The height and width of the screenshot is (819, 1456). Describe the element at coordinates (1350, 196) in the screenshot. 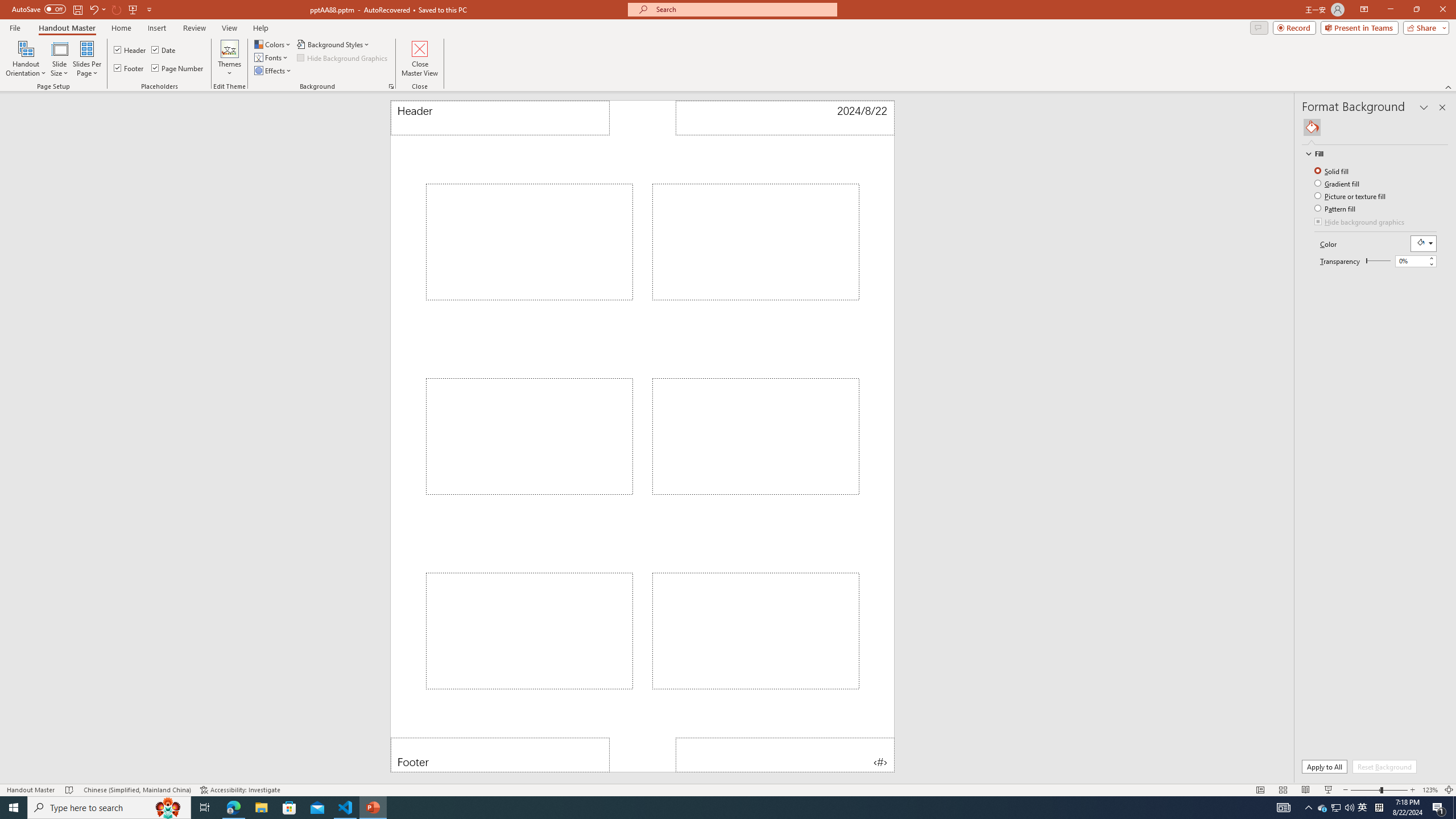

I see `'Picture or texture fill'` at that location.